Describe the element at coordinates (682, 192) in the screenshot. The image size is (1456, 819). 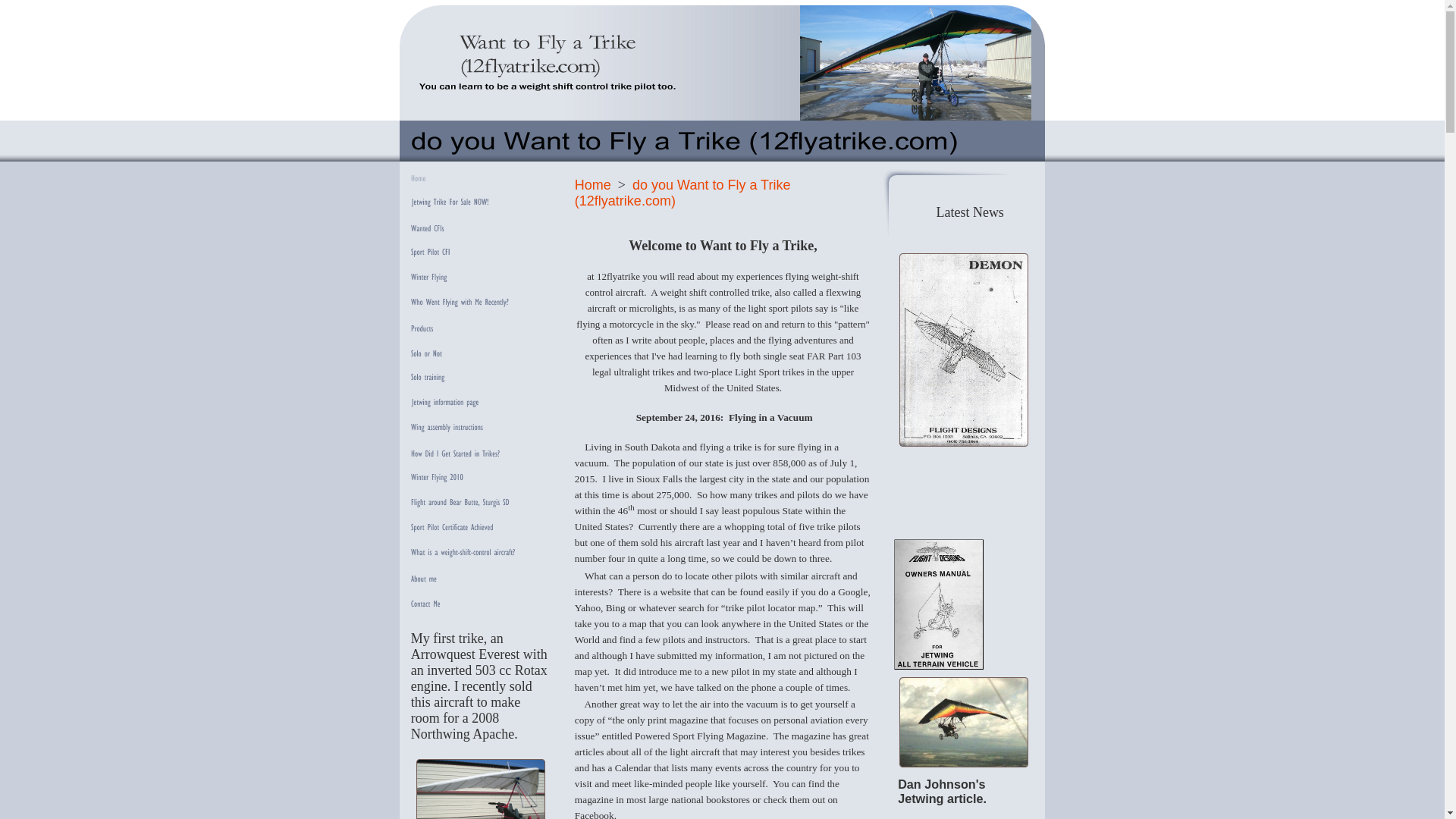
I see `'do you Want to Fly a Trike (12flyatrike.com)'` at that location.